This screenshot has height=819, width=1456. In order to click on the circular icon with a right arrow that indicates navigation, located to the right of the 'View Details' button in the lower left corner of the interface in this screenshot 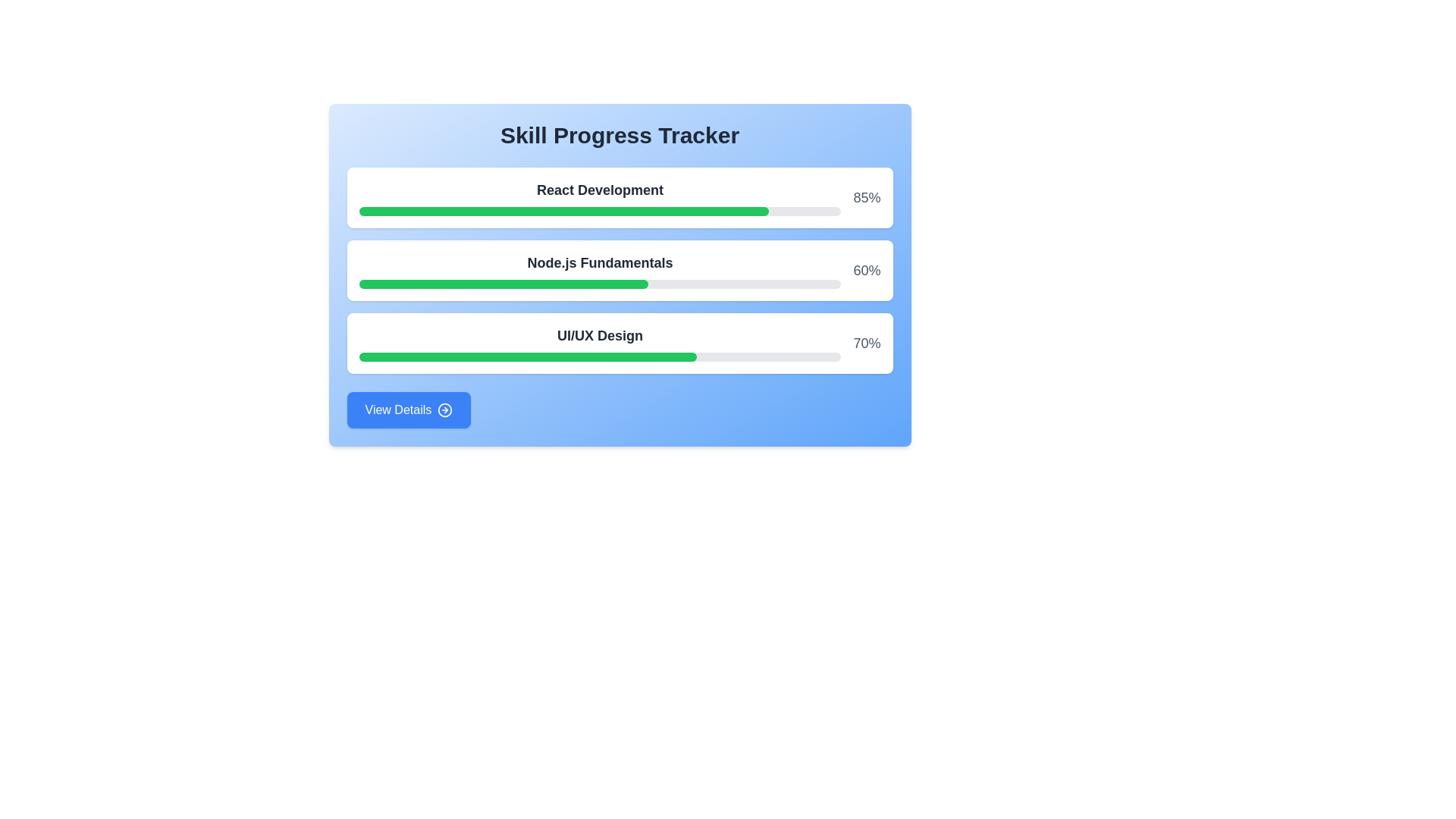, I will do `click(444, 409)`.